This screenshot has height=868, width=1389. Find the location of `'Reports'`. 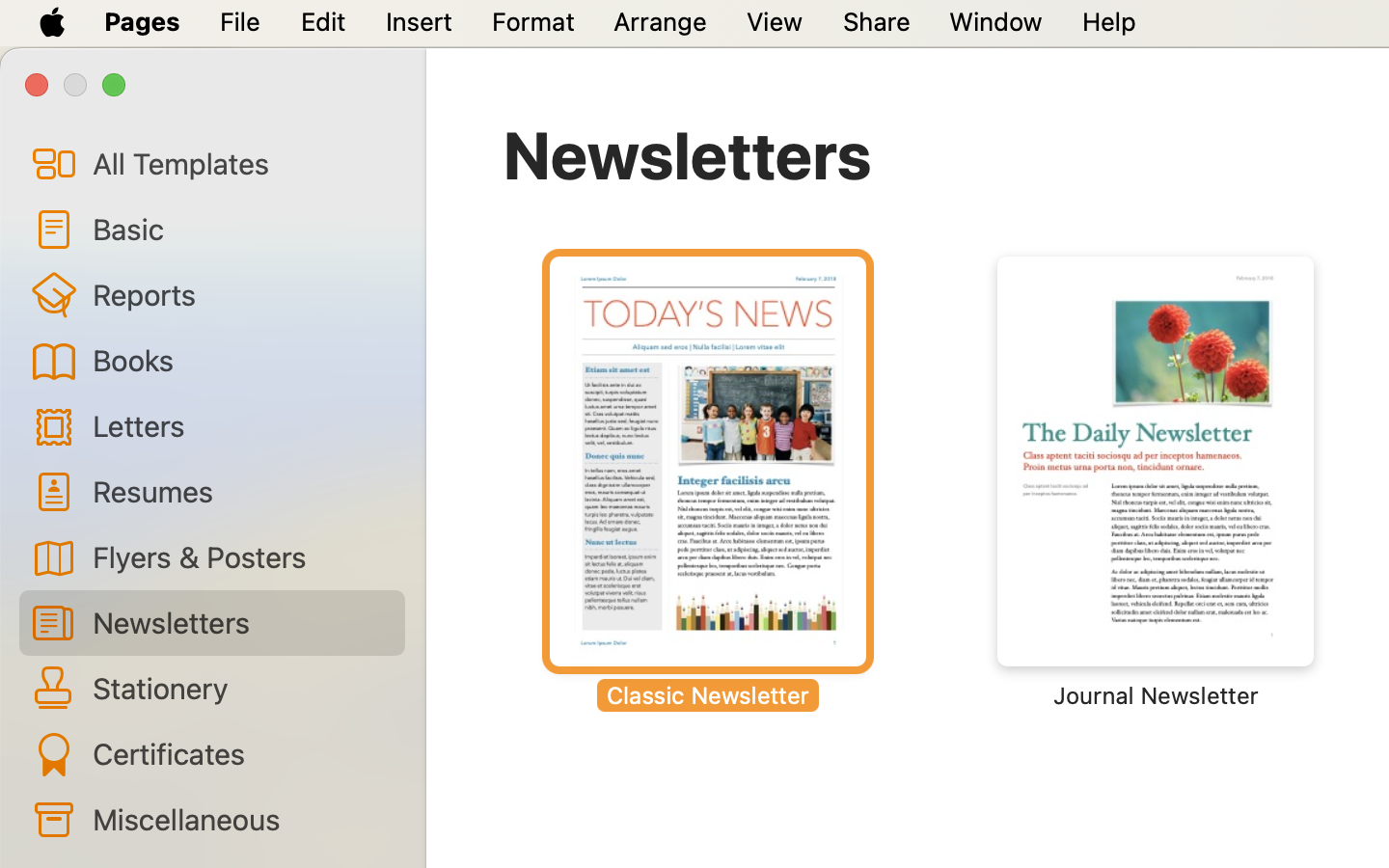

'Reports' is located at coordinates (239, 293).